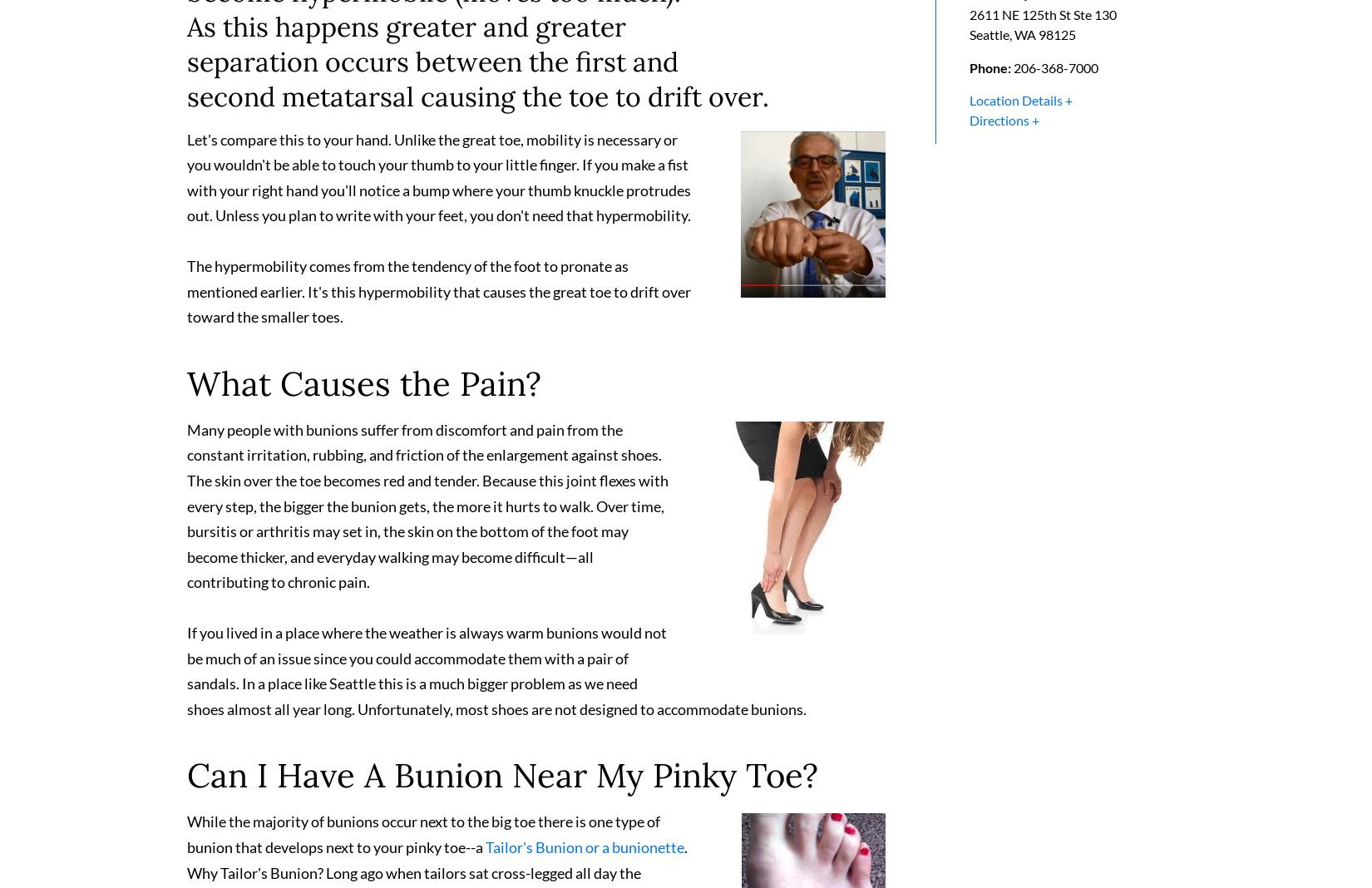 The height and width of the screenshot is (888, 1372). What do you see at coordinates (501, 782) in the screenshot?
I see `'Can I Have A Bunion Near My Pinky Toe?'` at bounding box center [501, 782].